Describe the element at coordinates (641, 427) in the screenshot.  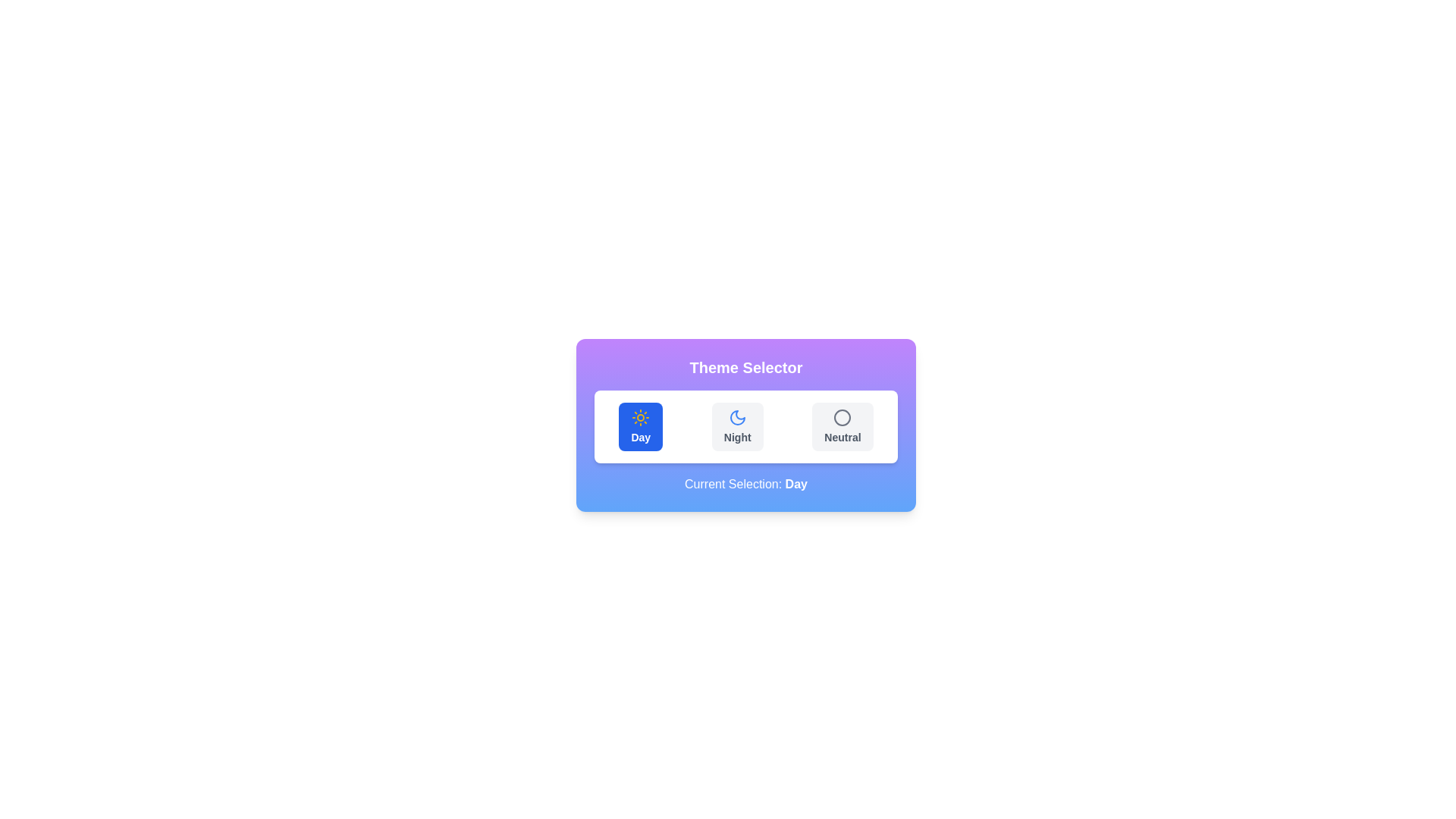
I see `the 'Day' mode button located at the leftmost position of the horizontally aligned option row in the light-themed selector panel for keyboard interaction` at that location.